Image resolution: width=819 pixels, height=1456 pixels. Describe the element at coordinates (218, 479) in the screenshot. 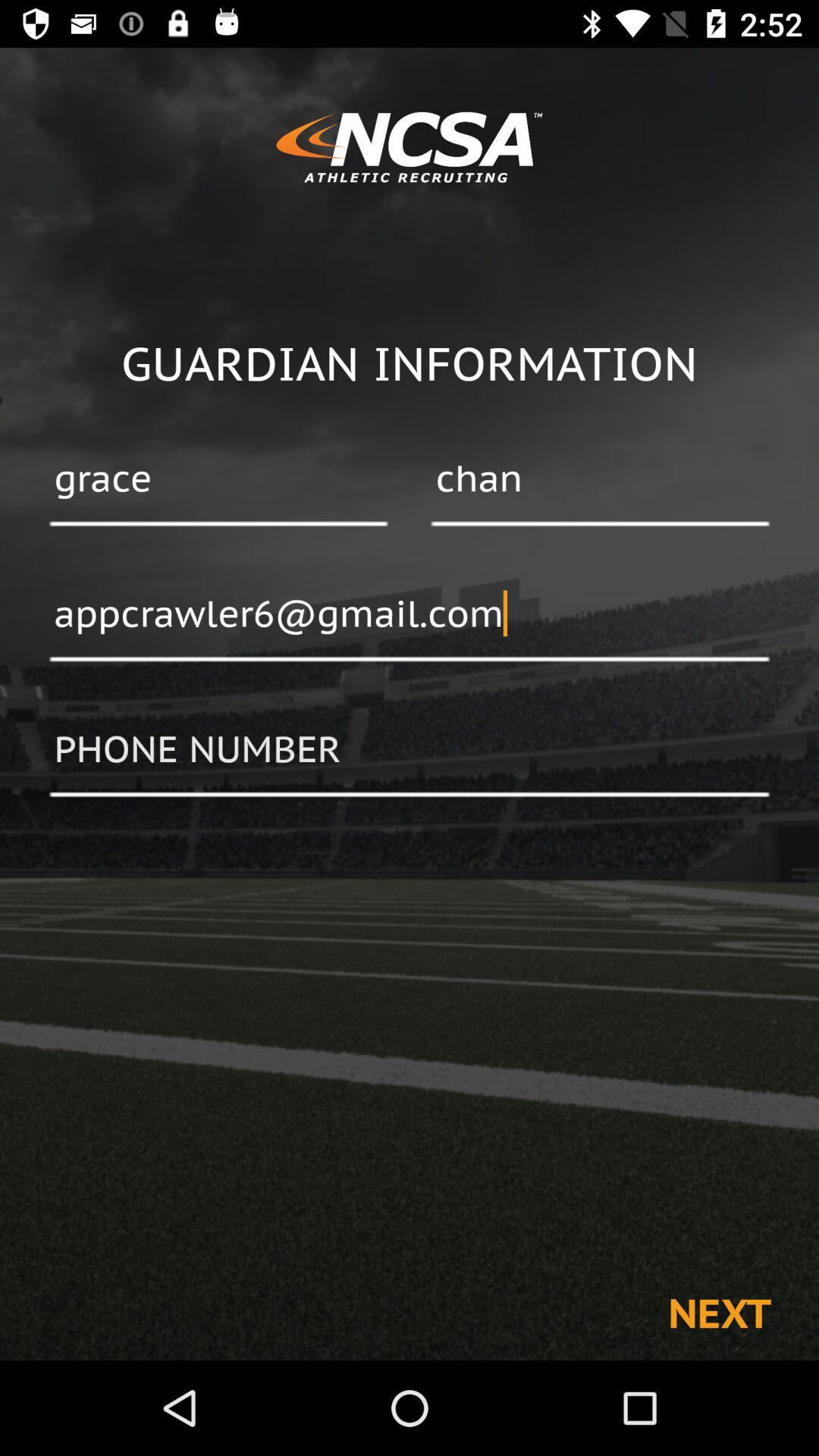

I see `the item below the guardian information item` at that location.